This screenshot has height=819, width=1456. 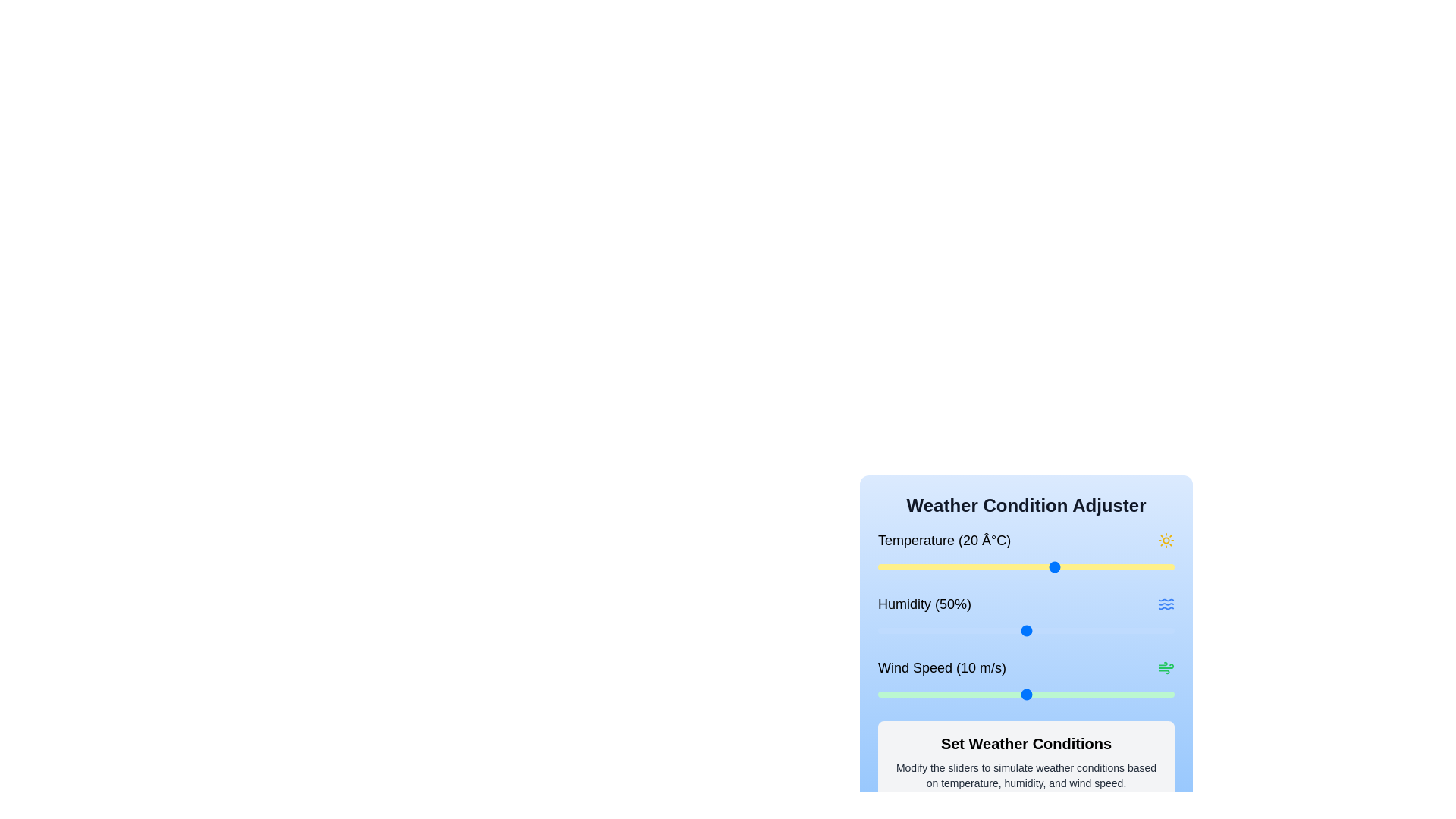 I want to click on the wind speed slider to set the wind speed to 11 m/s, so click(x=1040, y=694).